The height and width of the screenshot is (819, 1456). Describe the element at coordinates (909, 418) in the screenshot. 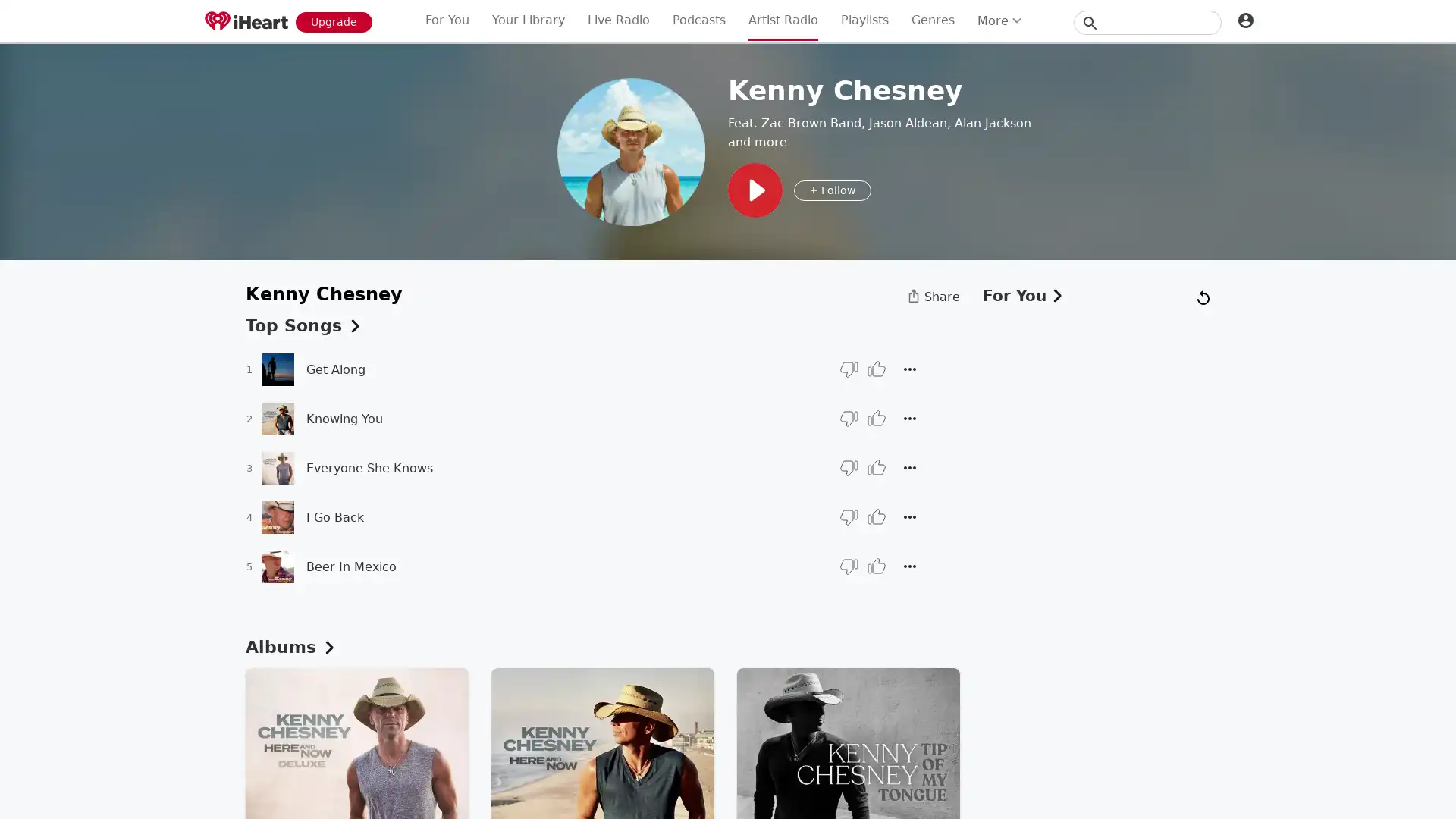

I see `More` at that location.